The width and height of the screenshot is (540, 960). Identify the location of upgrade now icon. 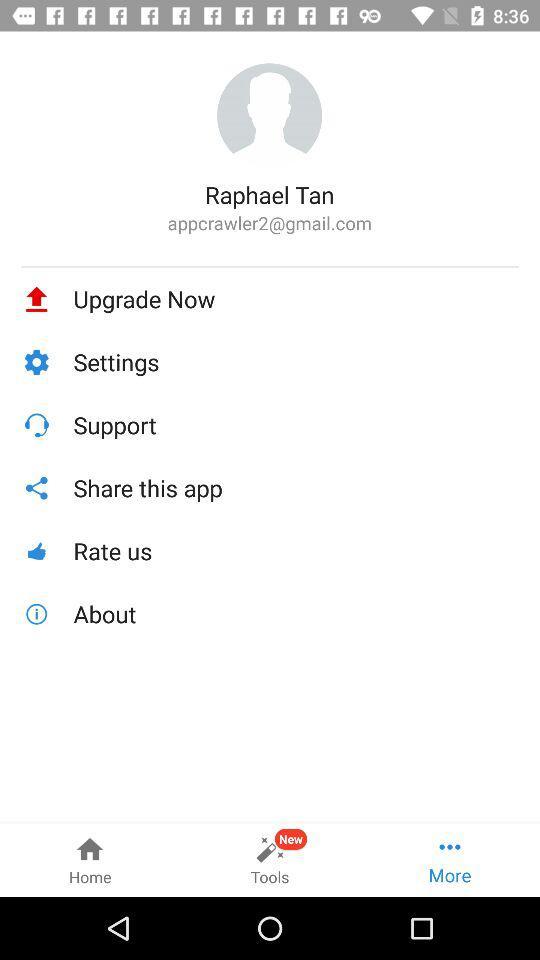
(295, 298).